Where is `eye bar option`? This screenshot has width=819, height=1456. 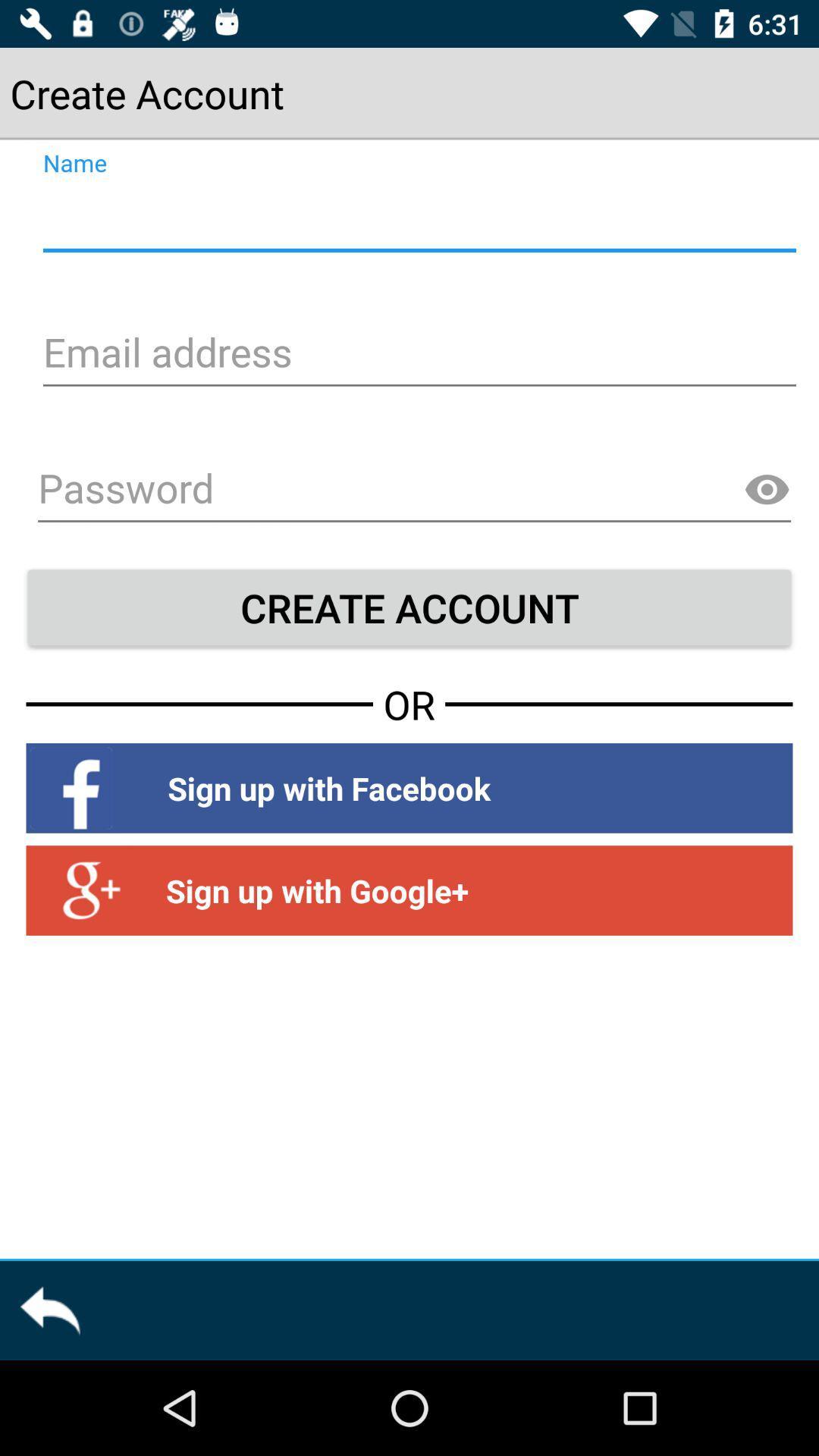
eye bar option is located at coordinates (767, 490).